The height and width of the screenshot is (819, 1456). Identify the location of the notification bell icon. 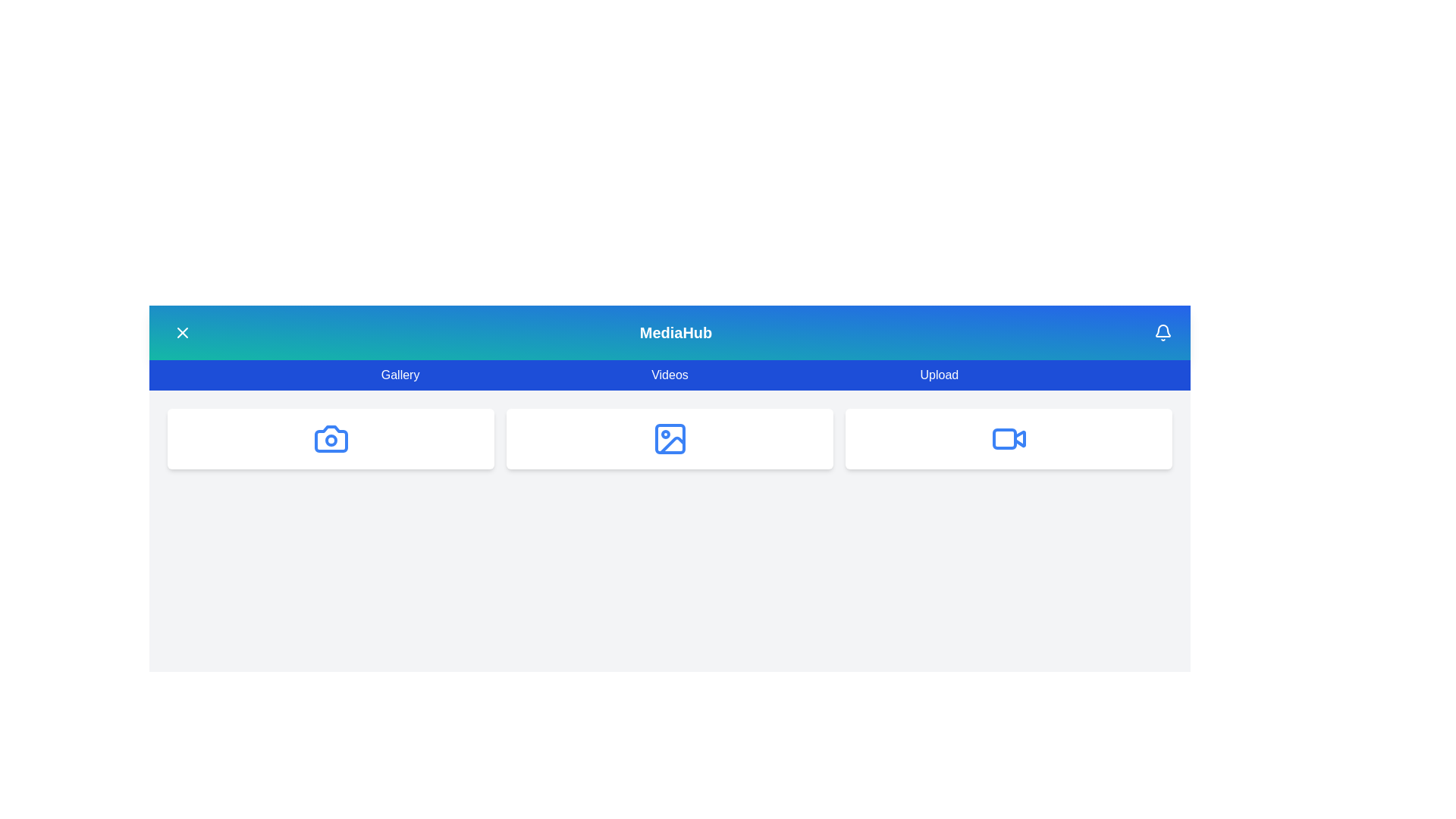
(1163, 332).